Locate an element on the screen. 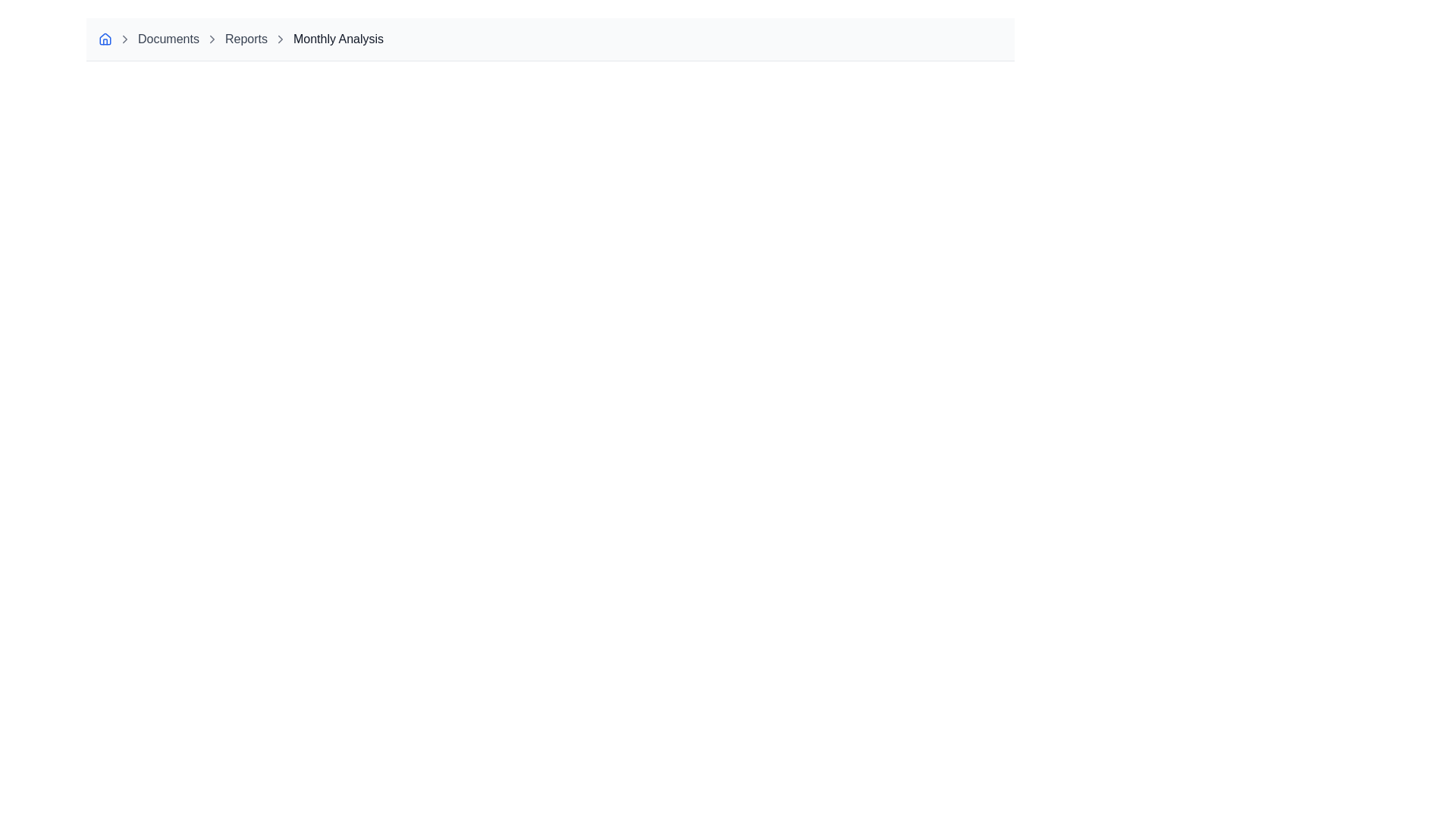 The image size is (1456, 819). the 'Monthly Analysis' label in the breadcrumb navigation structure, which appears after 'Reports' and is separated by a rightward arrow icon is located at coordinates (337, 38).